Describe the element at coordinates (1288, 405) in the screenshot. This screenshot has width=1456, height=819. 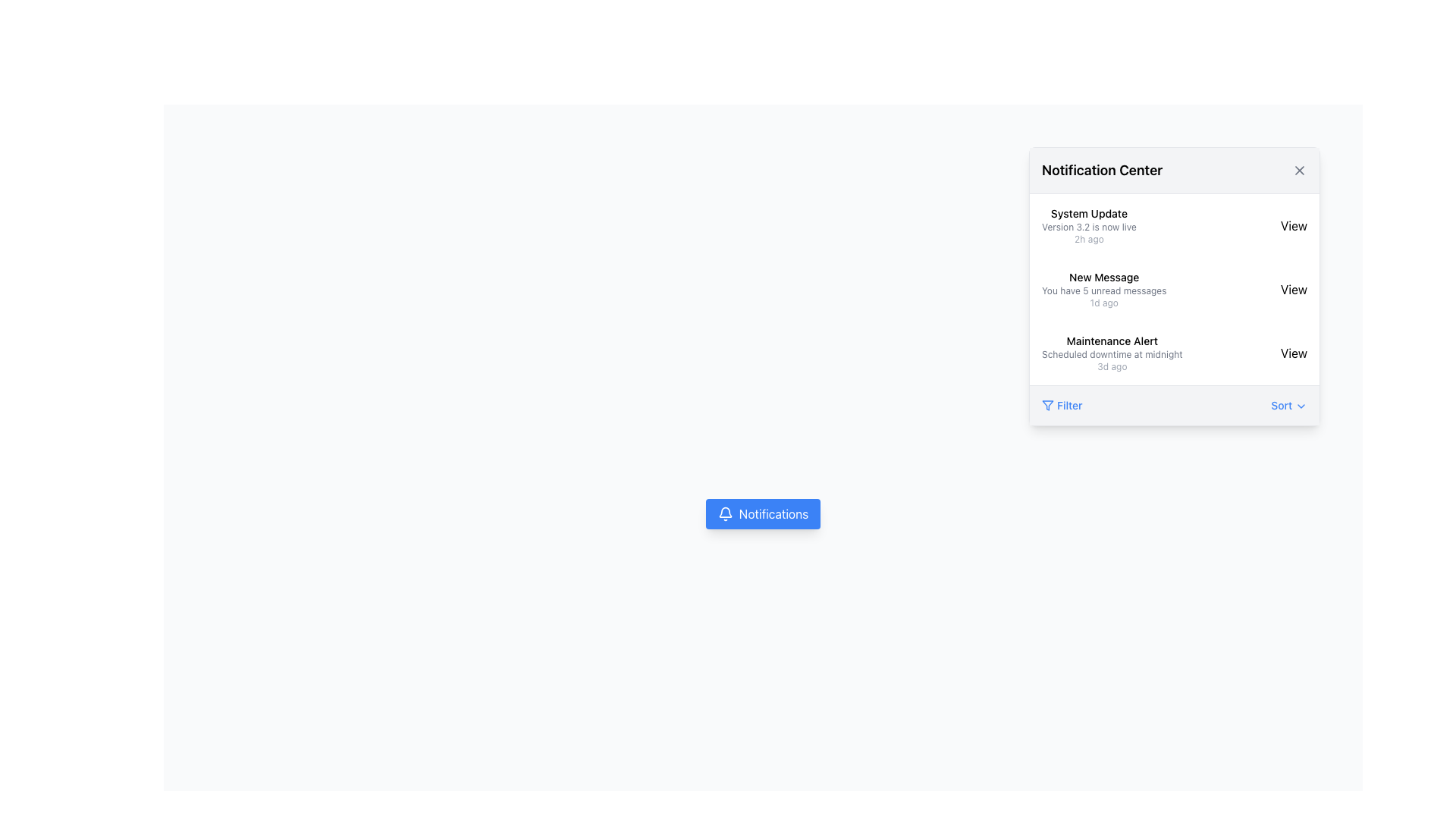
I see `the interactive link with an accompanying icon located in the bottom-right corner of the notification popover's footer area, positioned to the right of the 'Filter' element via keyboard navigation` at that location.